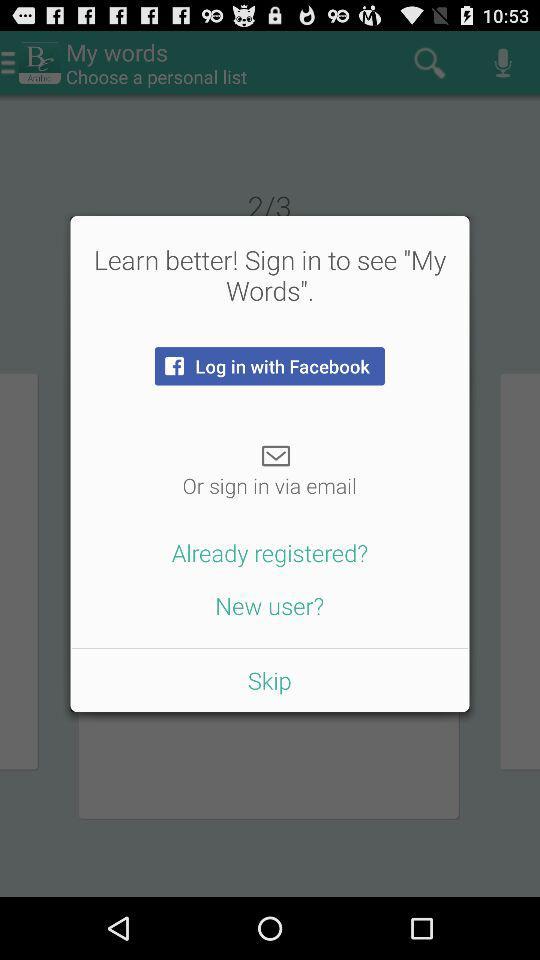 This screenshot has height=960, width=540. Describe the element at coordinates (269, 604) in the screenshot. I see `icon below already registered? item` at that location.